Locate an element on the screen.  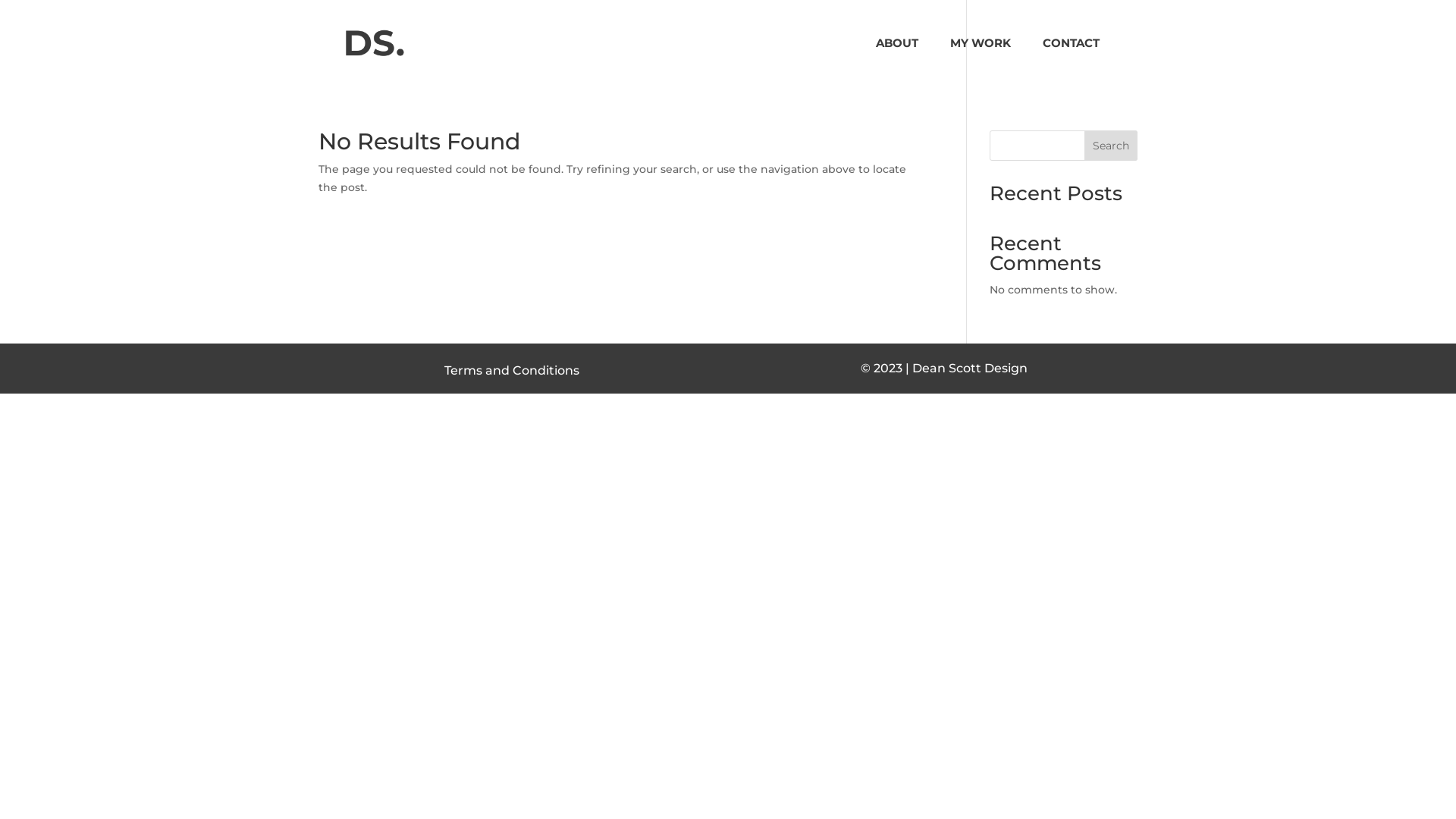
'ABOUT' is located at coordinates (905, 61).